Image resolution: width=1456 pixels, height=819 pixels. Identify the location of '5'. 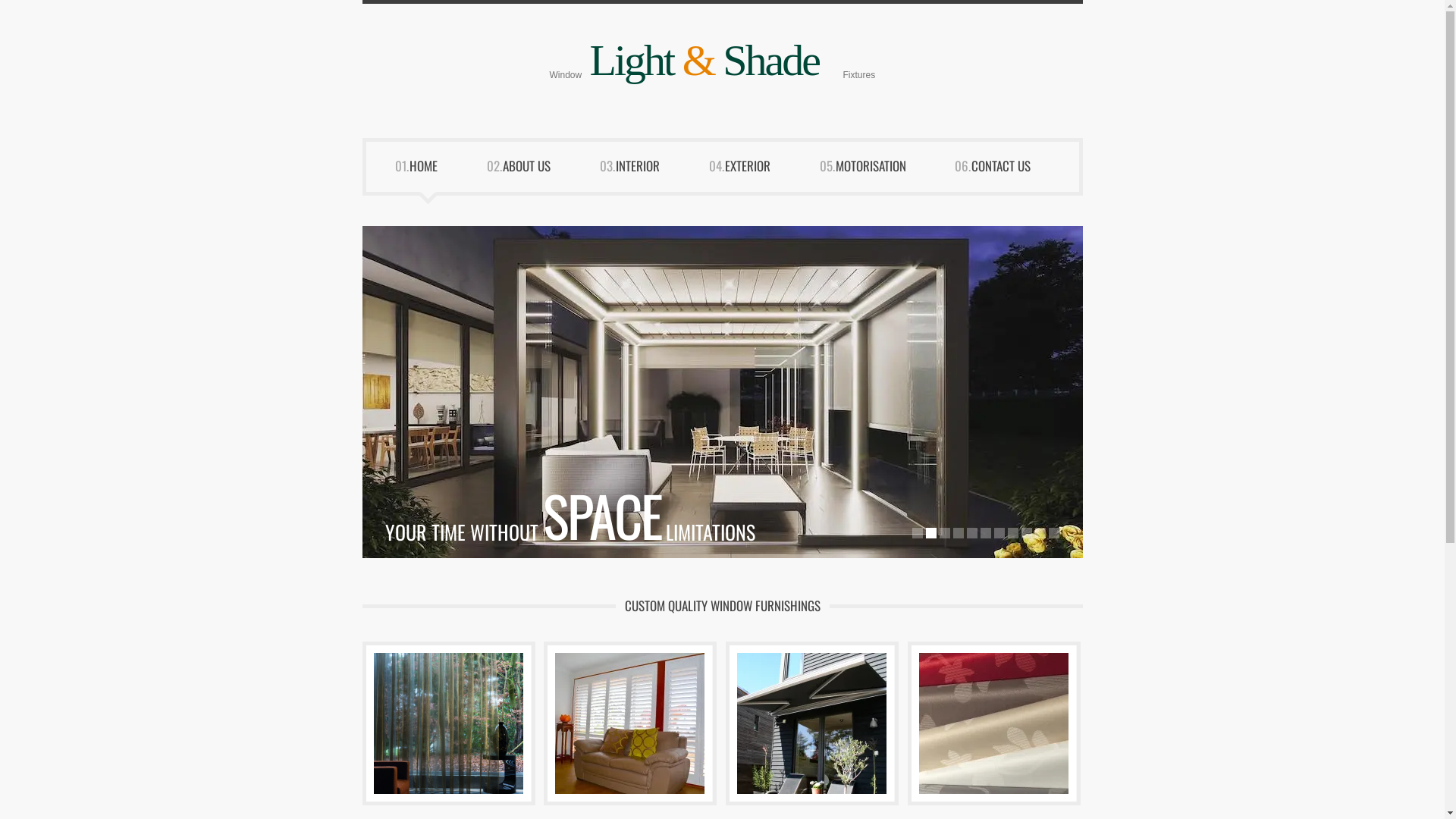
(971, 532).